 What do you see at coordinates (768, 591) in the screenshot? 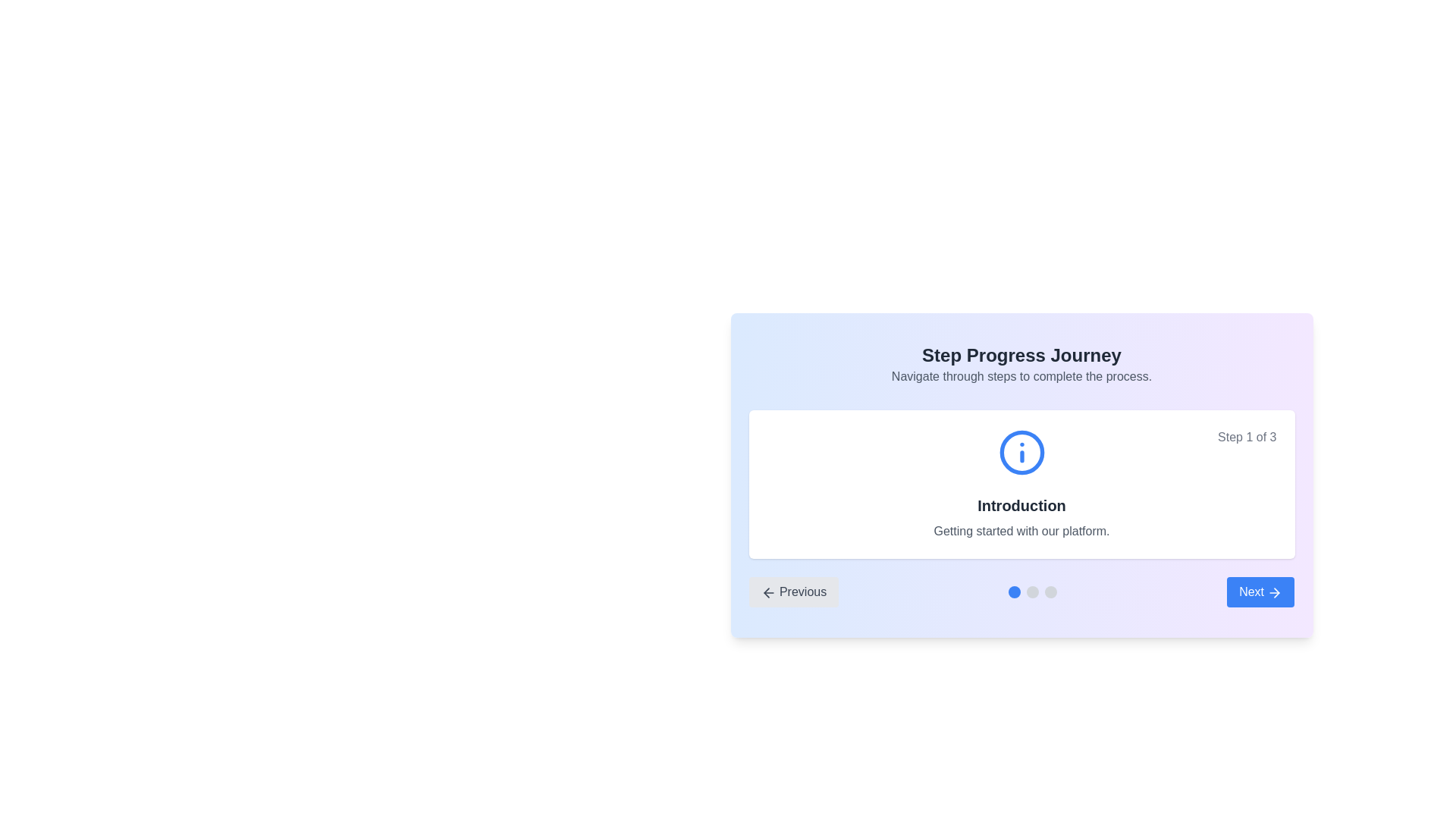
I see `the left-pointing arrow icon within the 'Previous' button` at bounding box center [768, 591].